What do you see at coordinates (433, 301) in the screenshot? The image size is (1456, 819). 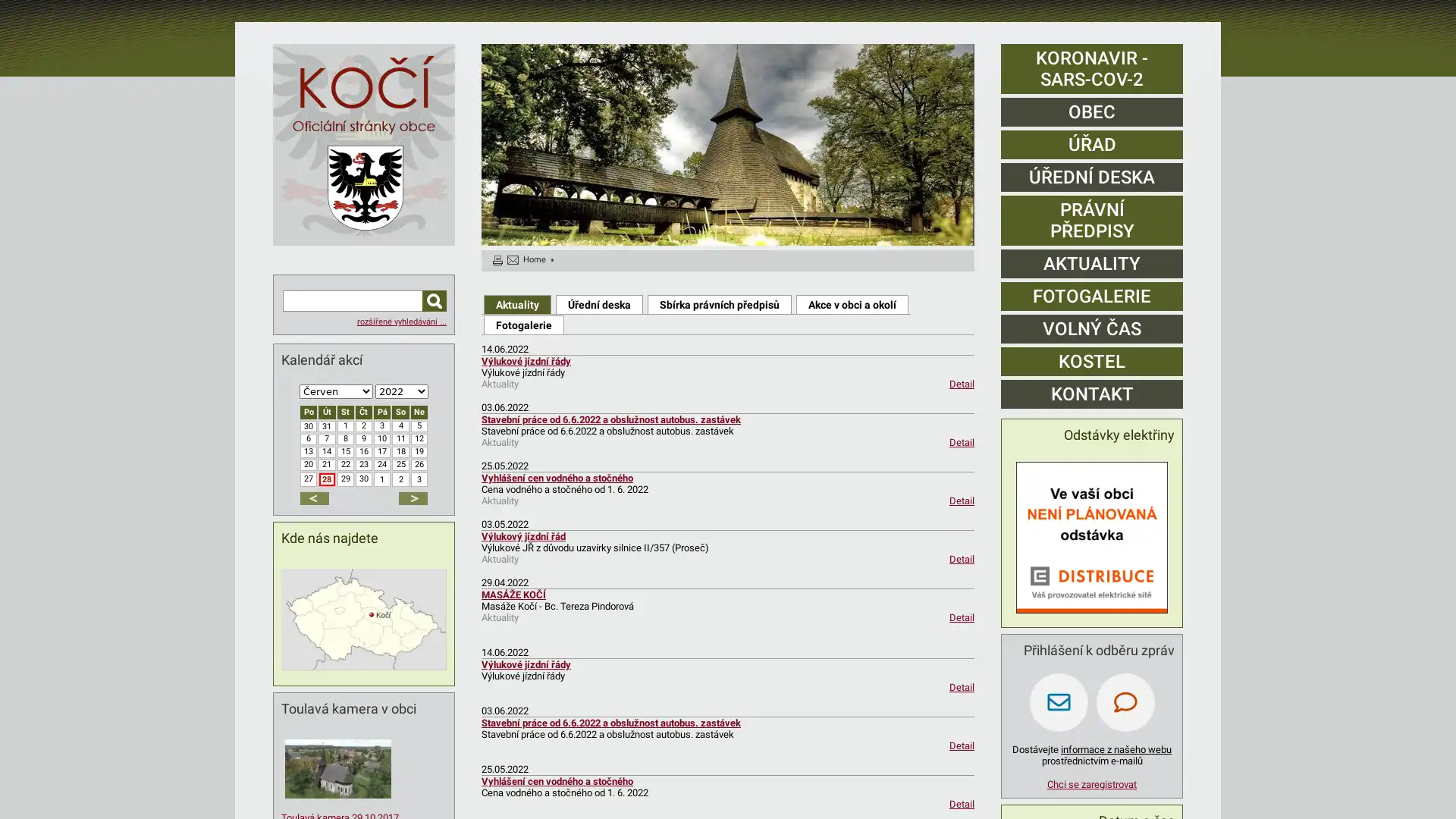 I see `Hledat` at bounding box center [433, 301].